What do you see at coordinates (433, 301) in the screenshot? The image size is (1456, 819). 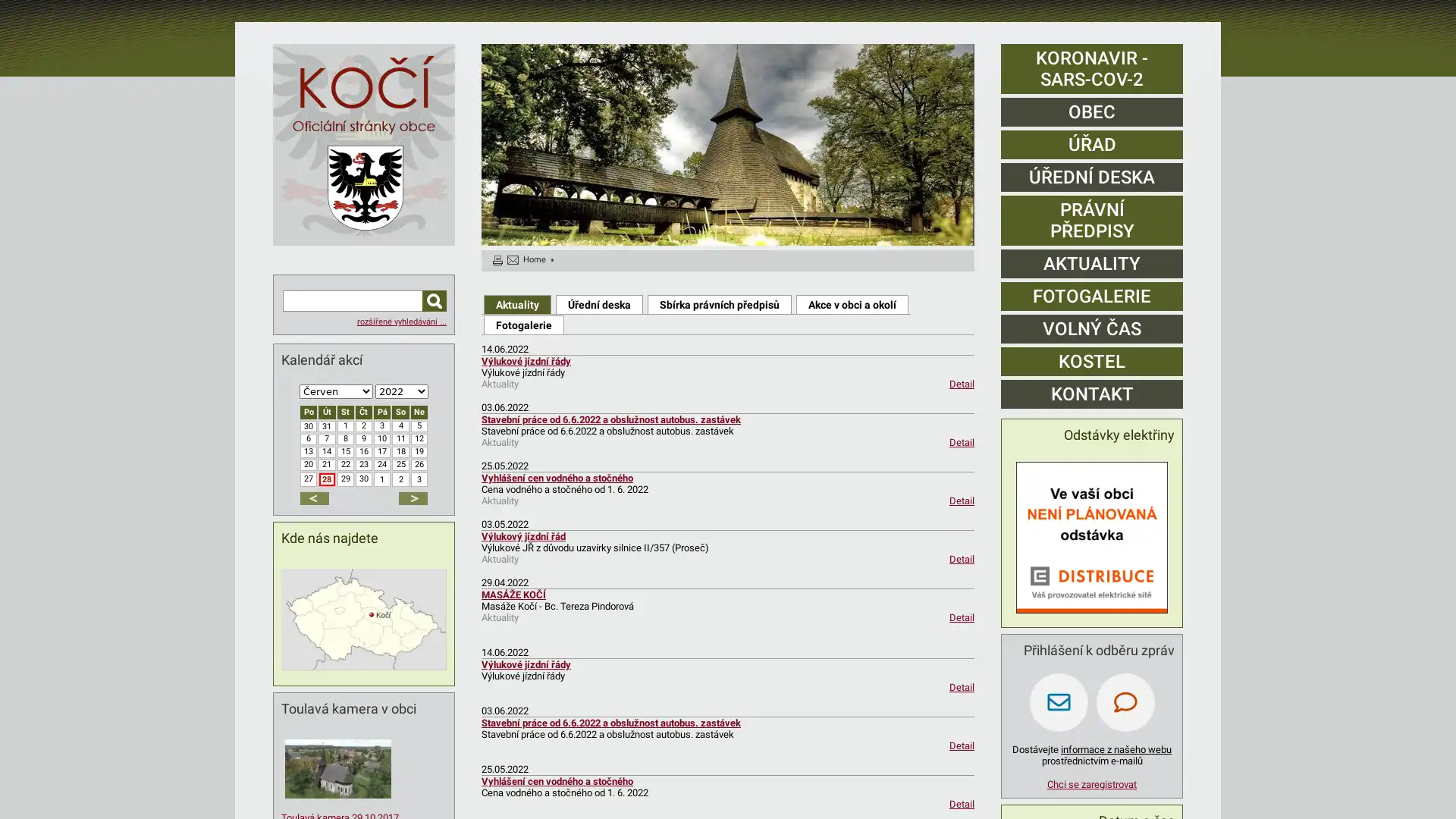 I see `Hledat` at bounding box center [433, 301].